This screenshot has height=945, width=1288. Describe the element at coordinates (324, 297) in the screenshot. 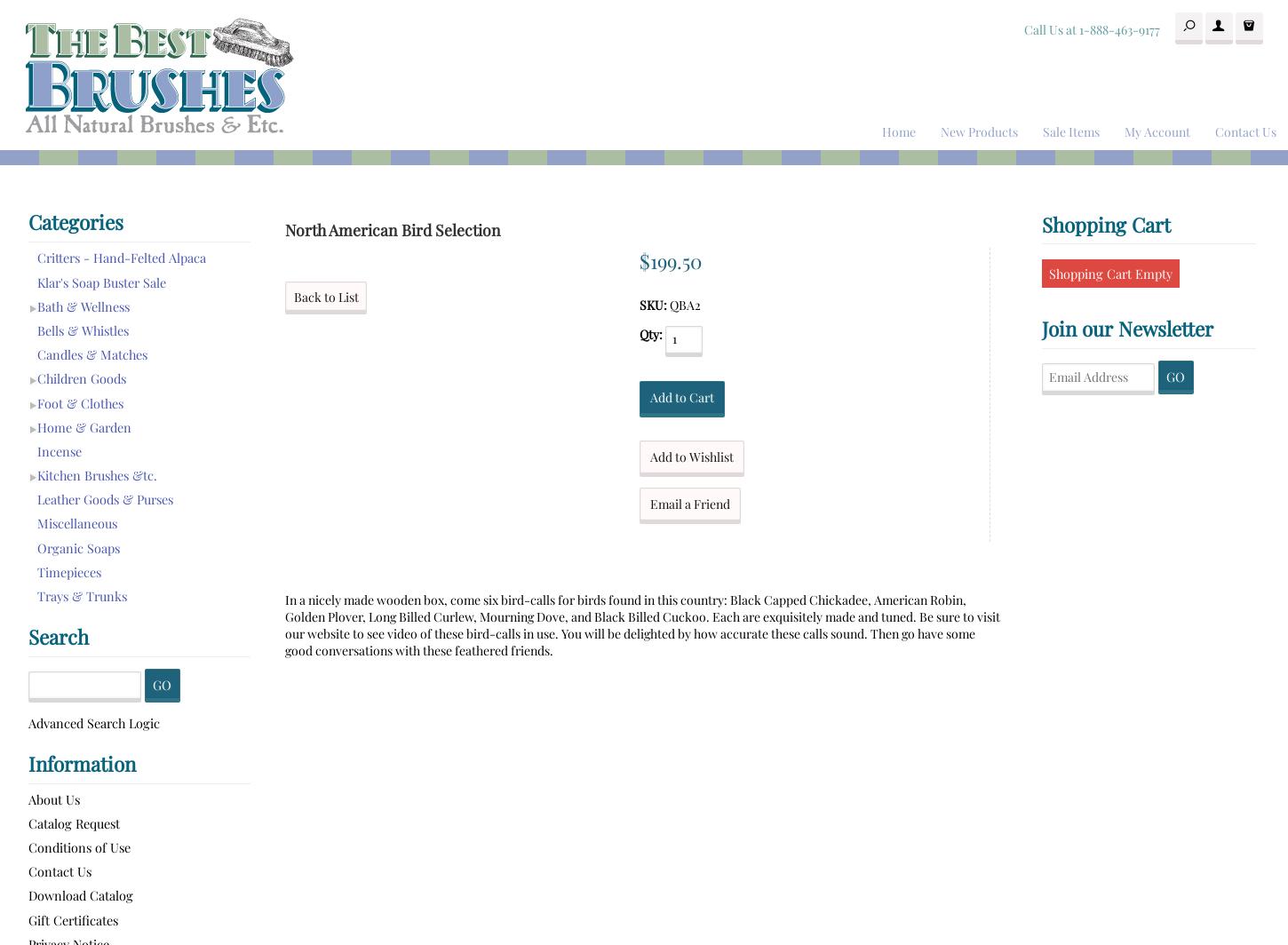

I see `'Back to List'` at that location.